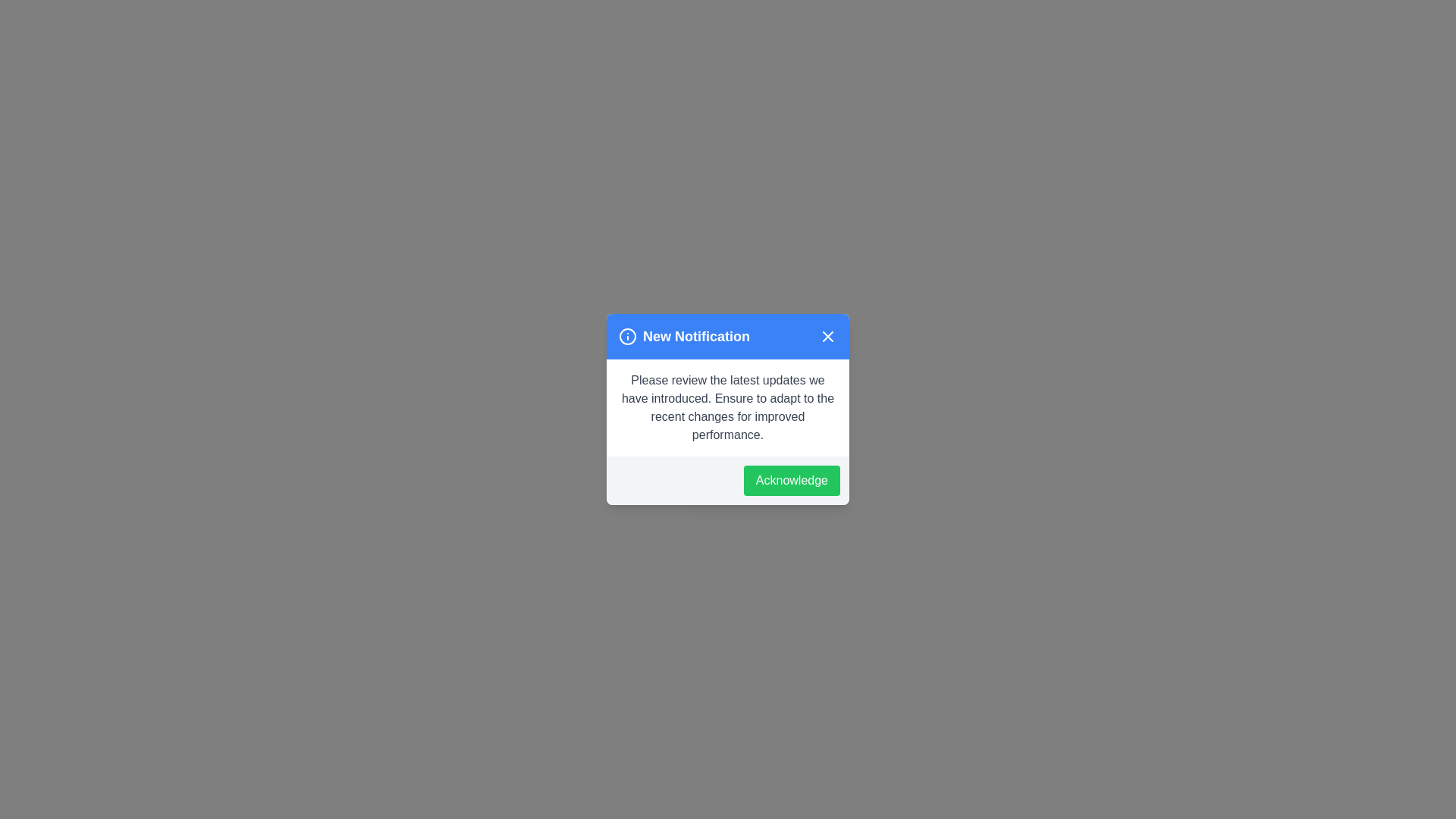 The width and height of the screenshot is (1456, 819). Describe the element at coordinates (827, 335) in the screenshot. I see `the close button of the notification modal to dismiss it` at that location.